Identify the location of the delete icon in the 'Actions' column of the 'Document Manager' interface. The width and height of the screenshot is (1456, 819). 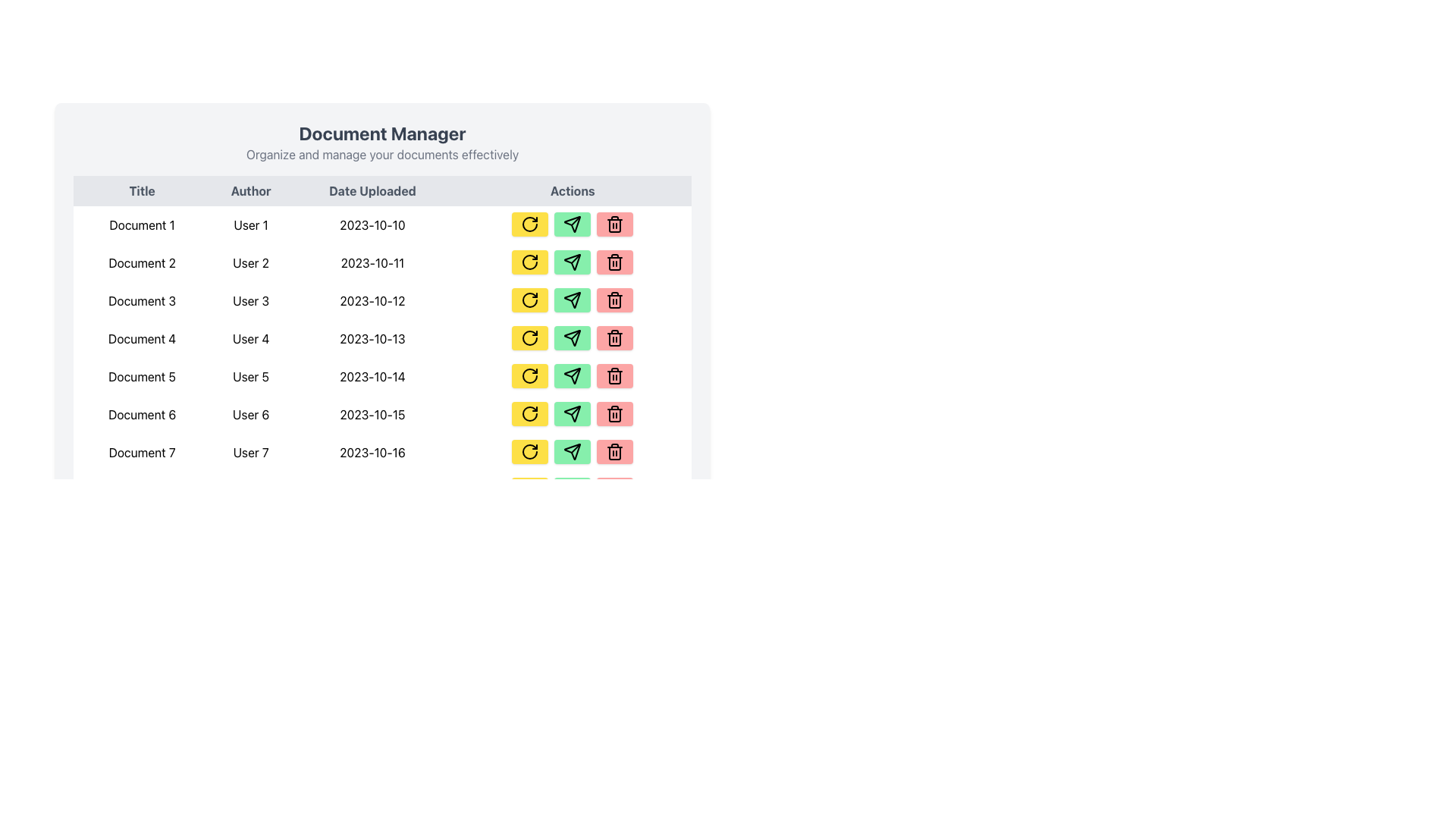
(615, 414).